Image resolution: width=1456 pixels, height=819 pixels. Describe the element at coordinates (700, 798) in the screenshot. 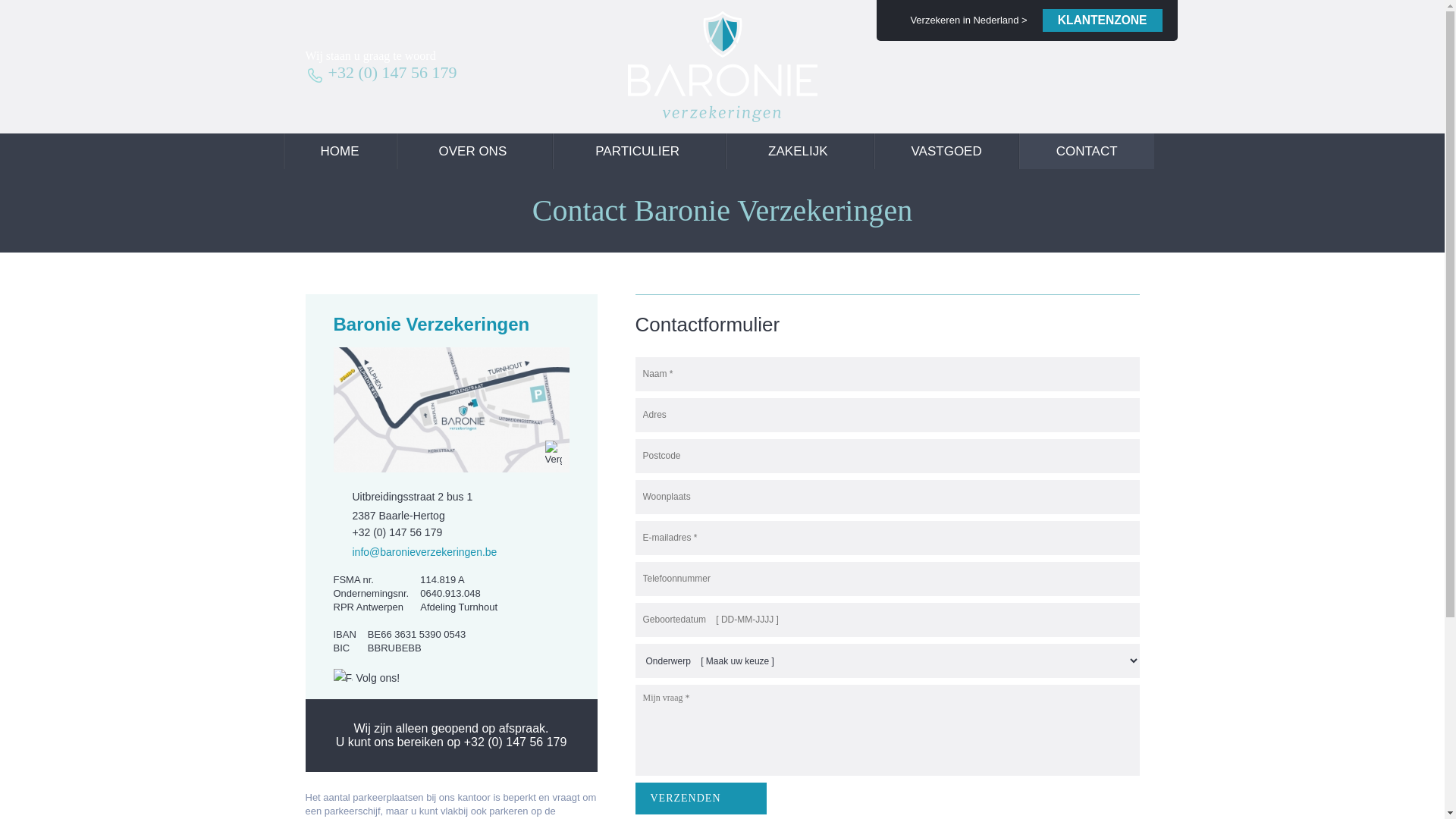

I see `'Verzenden'` at that location.